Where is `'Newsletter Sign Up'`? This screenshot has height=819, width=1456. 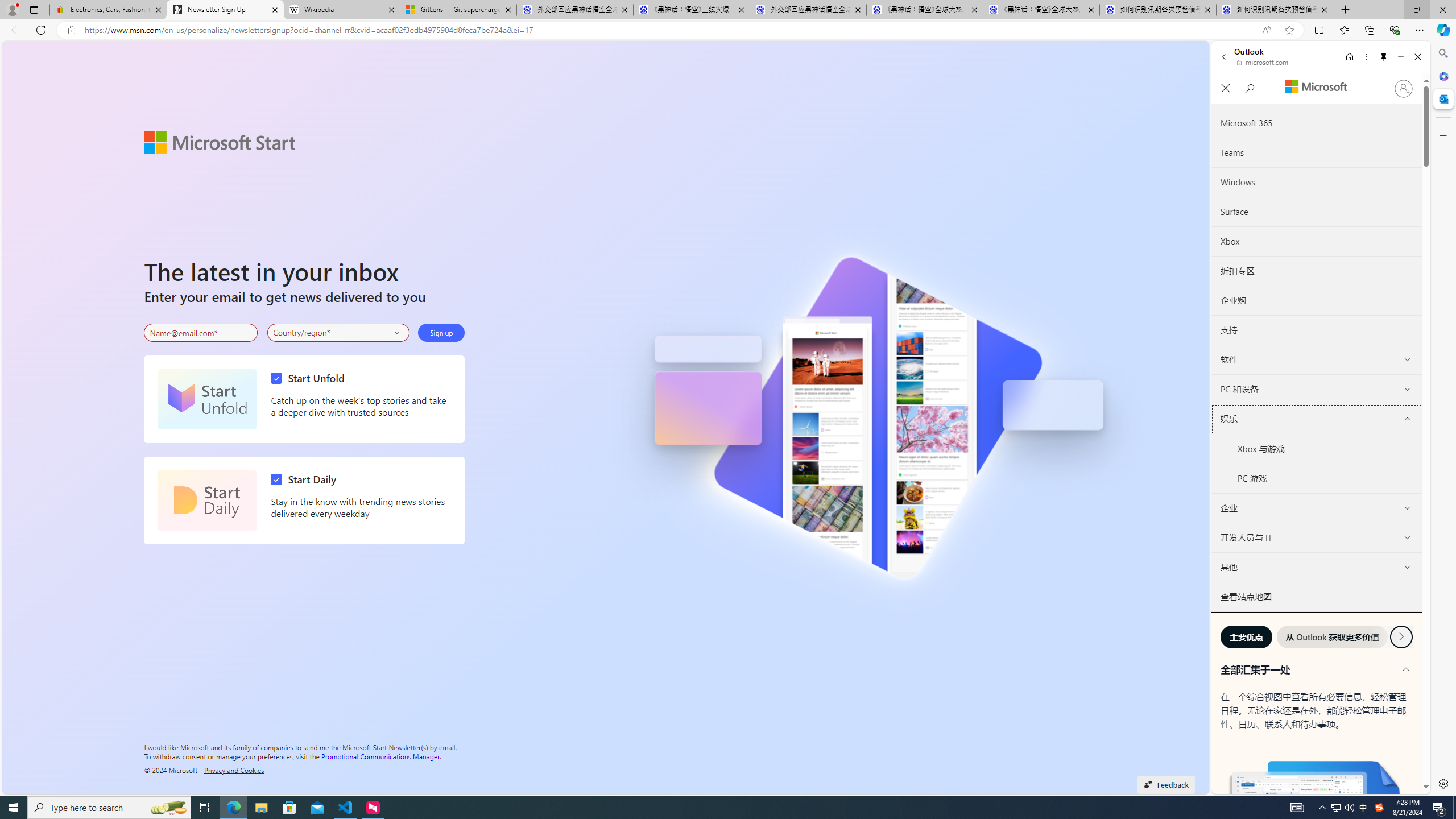
'Newsletter Sign Up' is located at coordinates (225, 9).